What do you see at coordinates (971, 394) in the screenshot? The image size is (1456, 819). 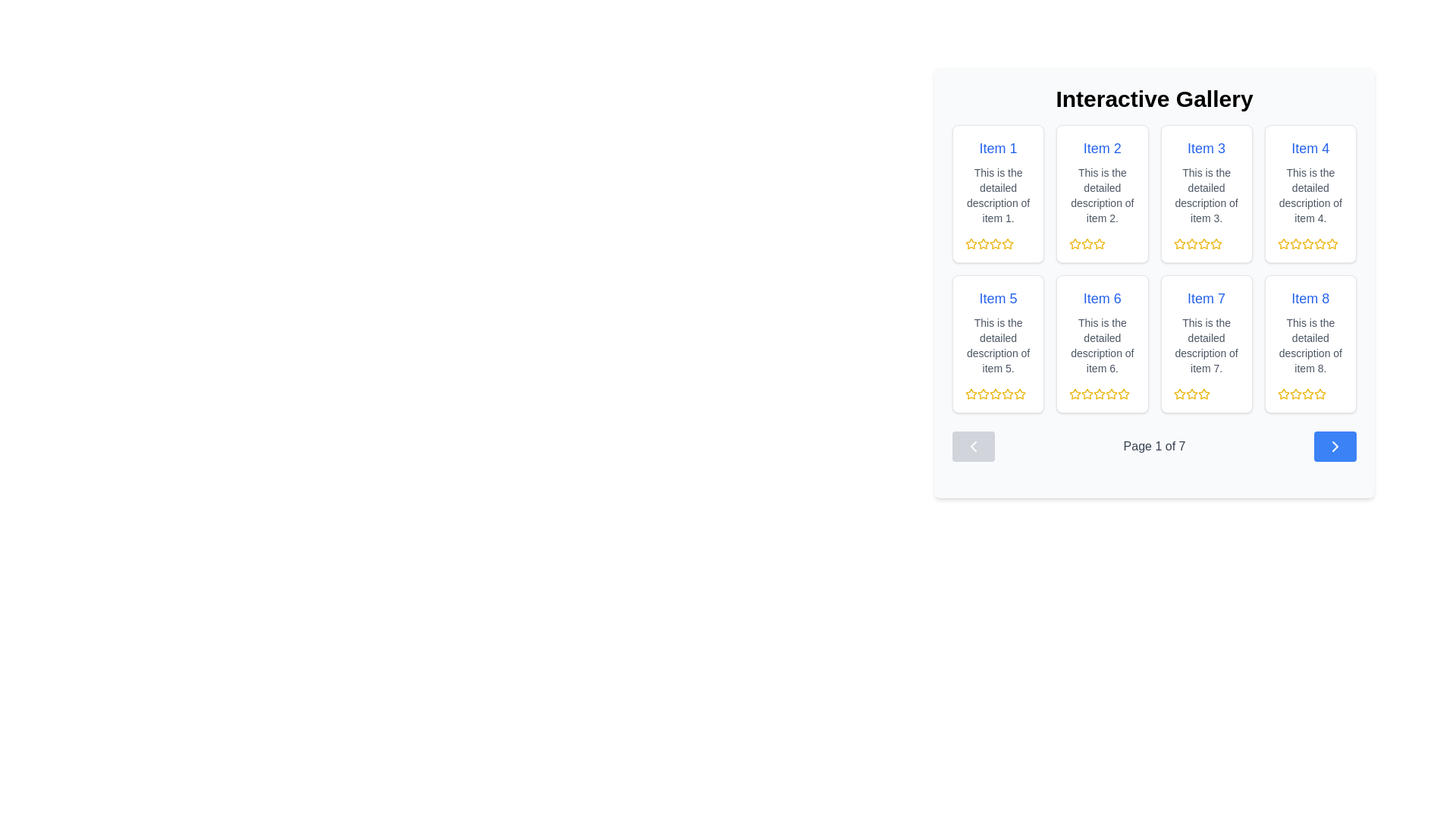 I see `the first yellow outlined star icon representing the rating for 'Item 5' to indicate a potential rating value` at bounding box center [971, 394].